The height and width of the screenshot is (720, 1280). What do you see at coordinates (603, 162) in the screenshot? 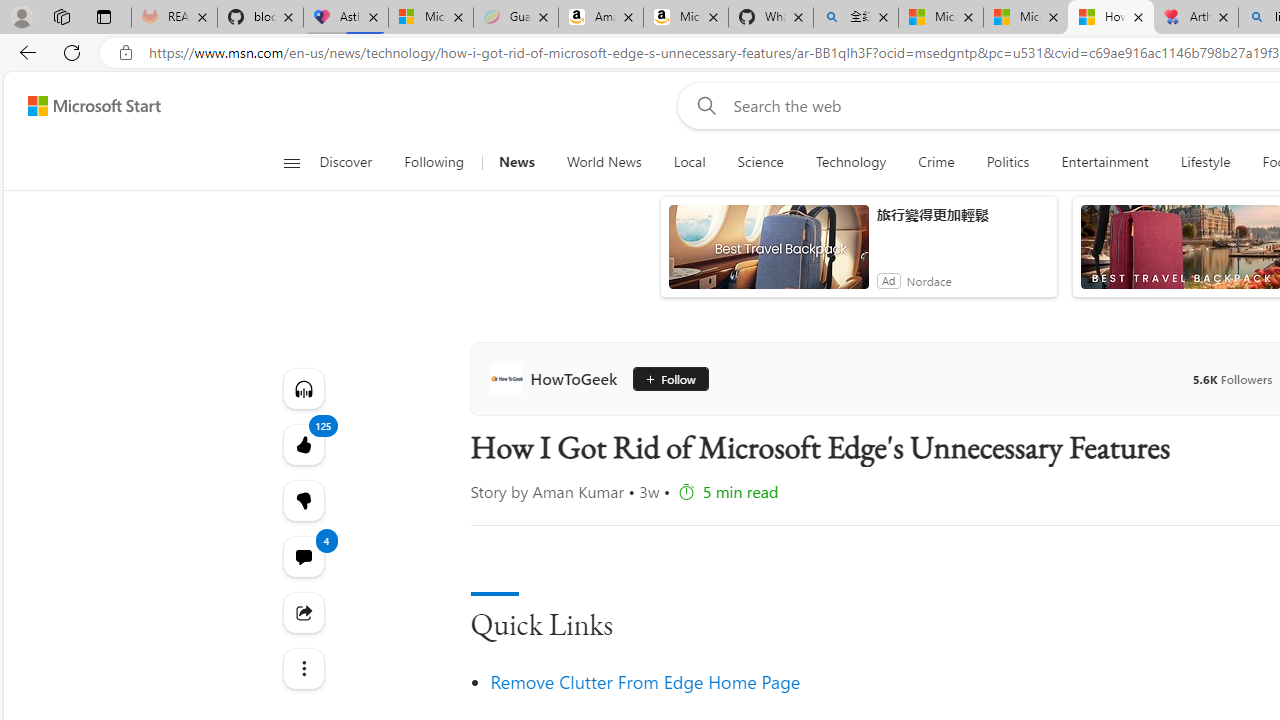
I see `'World News'` at bounding box center [603, 162].